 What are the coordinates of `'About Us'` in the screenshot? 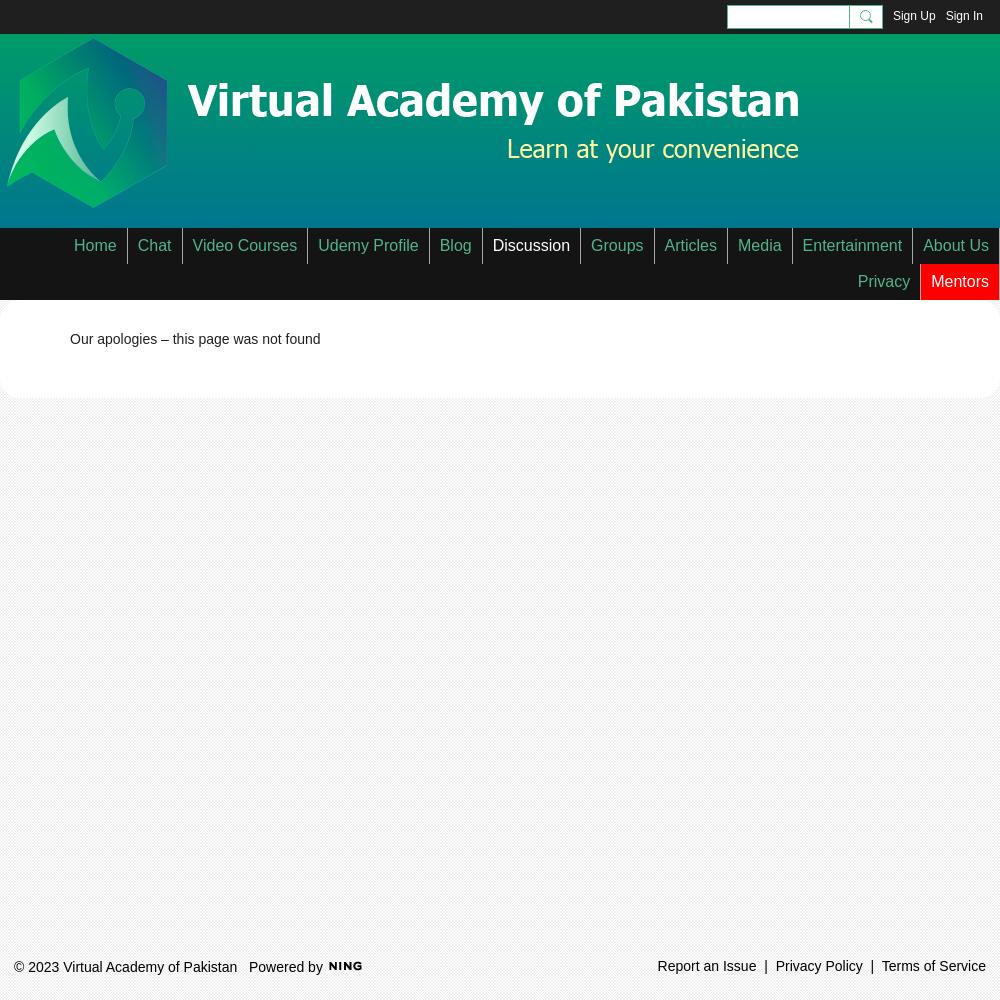 It's located at (955, 244).